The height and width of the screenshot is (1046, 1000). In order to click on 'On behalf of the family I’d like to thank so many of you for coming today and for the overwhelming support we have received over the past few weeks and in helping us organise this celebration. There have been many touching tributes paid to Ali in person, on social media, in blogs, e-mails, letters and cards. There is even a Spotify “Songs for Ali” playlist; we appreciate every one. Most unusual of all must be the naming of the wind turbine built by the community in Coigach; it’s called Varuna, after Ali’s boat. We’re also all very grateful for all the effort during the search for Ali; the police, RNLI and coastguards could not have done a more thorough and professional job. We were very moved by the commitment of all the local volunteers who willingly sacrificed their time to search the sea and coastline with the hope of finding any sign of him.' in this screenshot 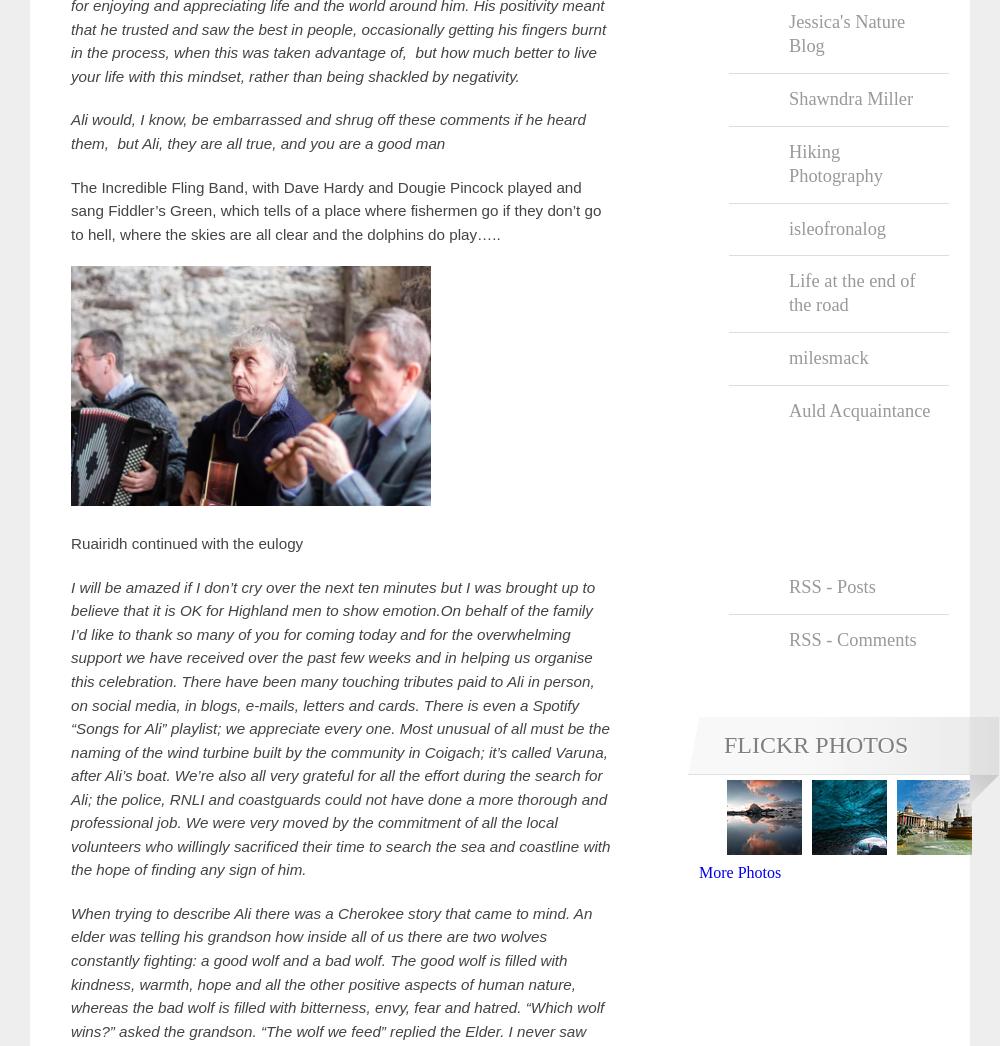, I will do `click(339, 739)`.